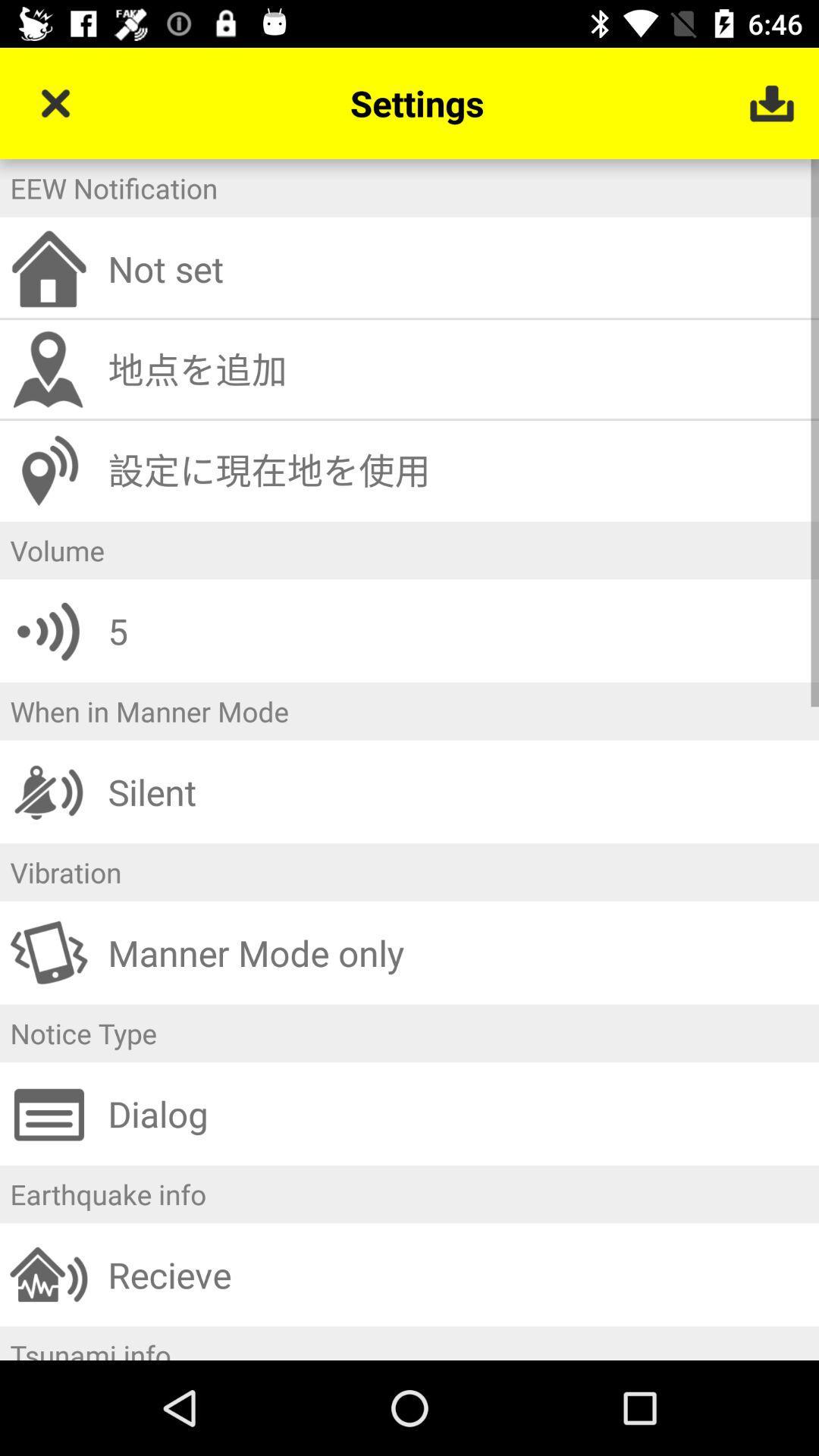  I want to click on not set, so click(457, 268).